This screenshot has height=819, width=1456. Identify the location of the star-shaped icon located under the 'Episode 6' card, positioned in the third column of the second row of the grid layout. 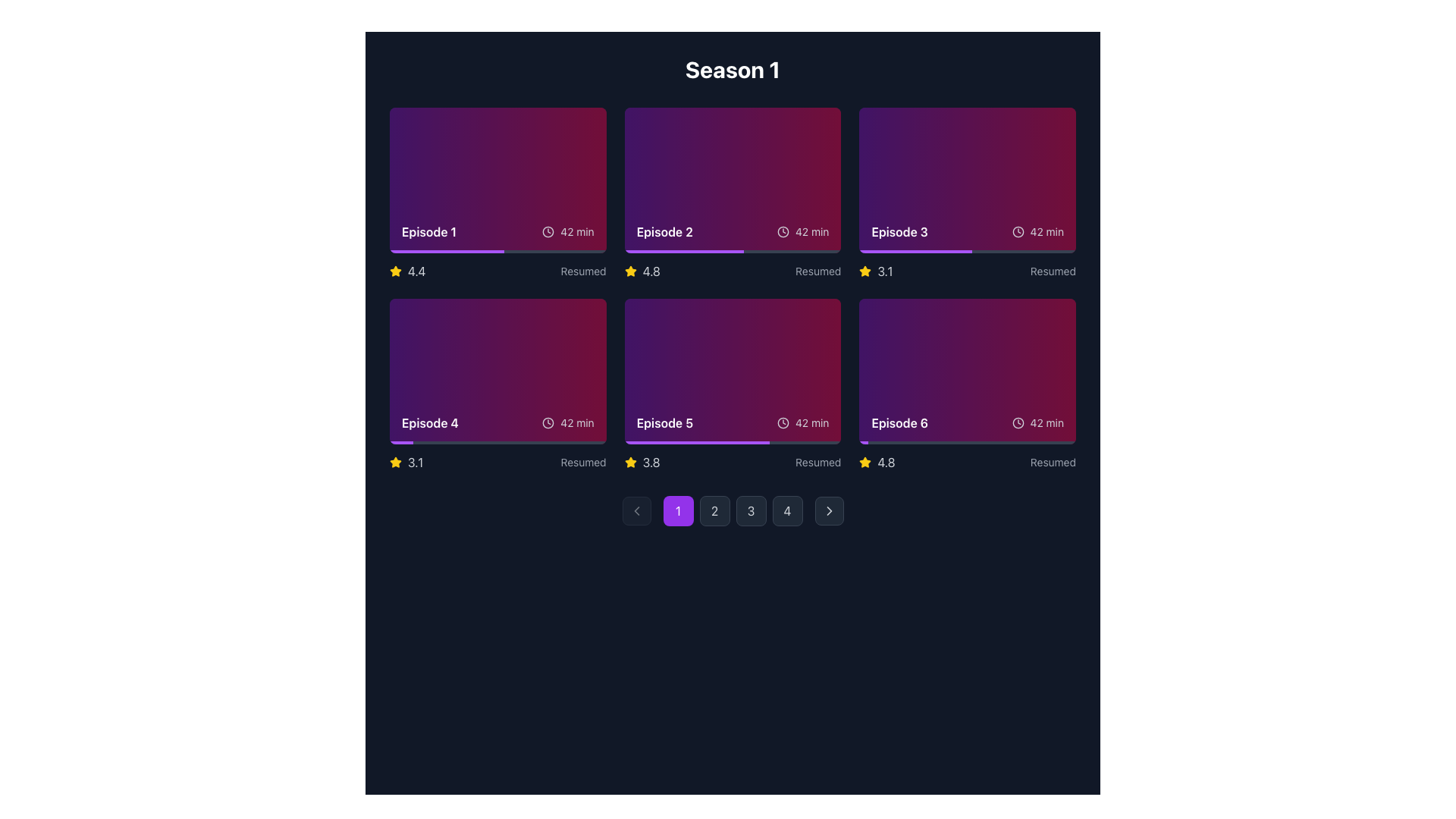
(396, 461).